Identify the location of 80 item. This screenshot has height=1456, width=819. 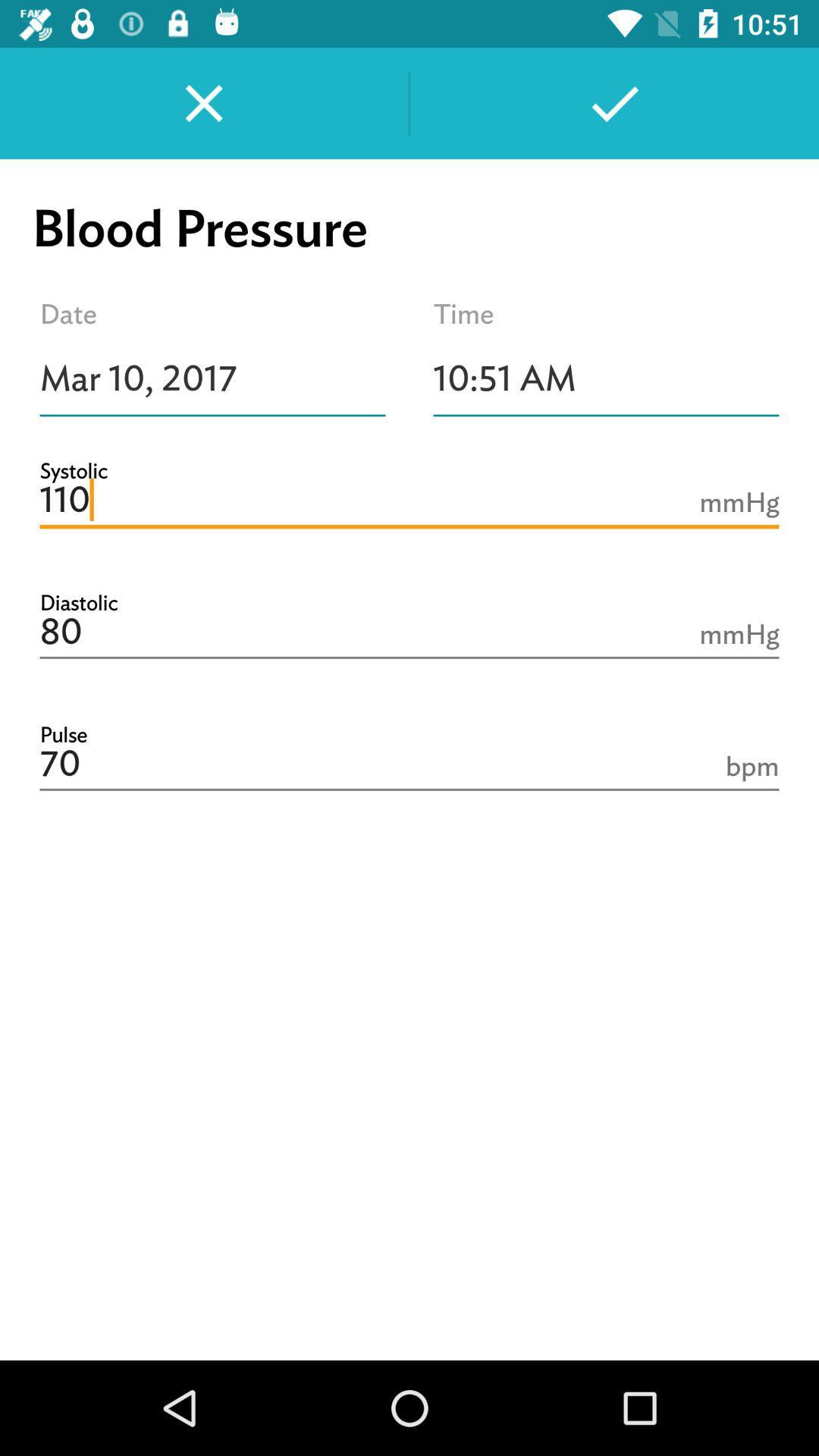
(409, 632).